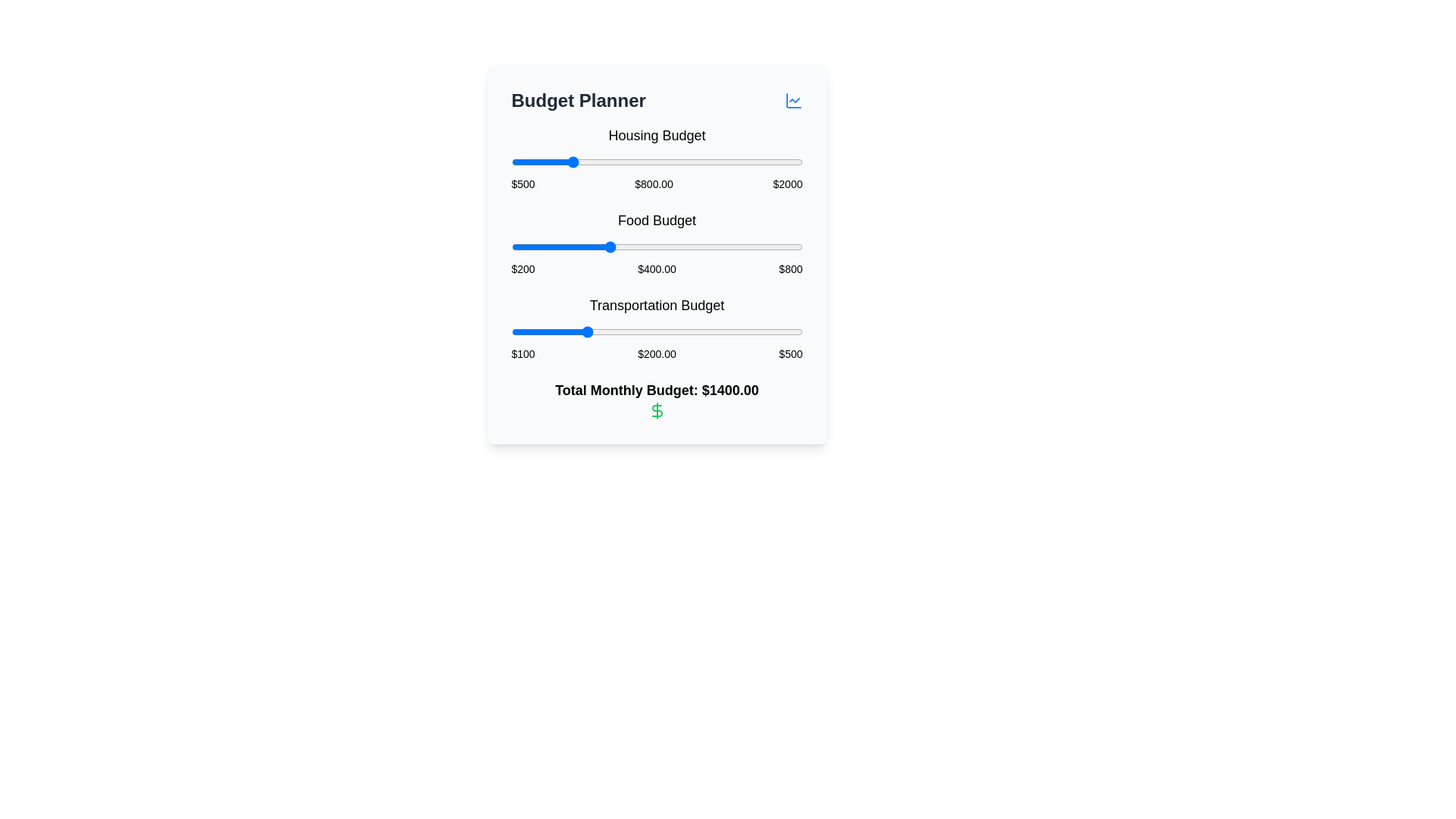 The image size is (1456, 819). I want to click on the transportation budget, so click(683, 331).